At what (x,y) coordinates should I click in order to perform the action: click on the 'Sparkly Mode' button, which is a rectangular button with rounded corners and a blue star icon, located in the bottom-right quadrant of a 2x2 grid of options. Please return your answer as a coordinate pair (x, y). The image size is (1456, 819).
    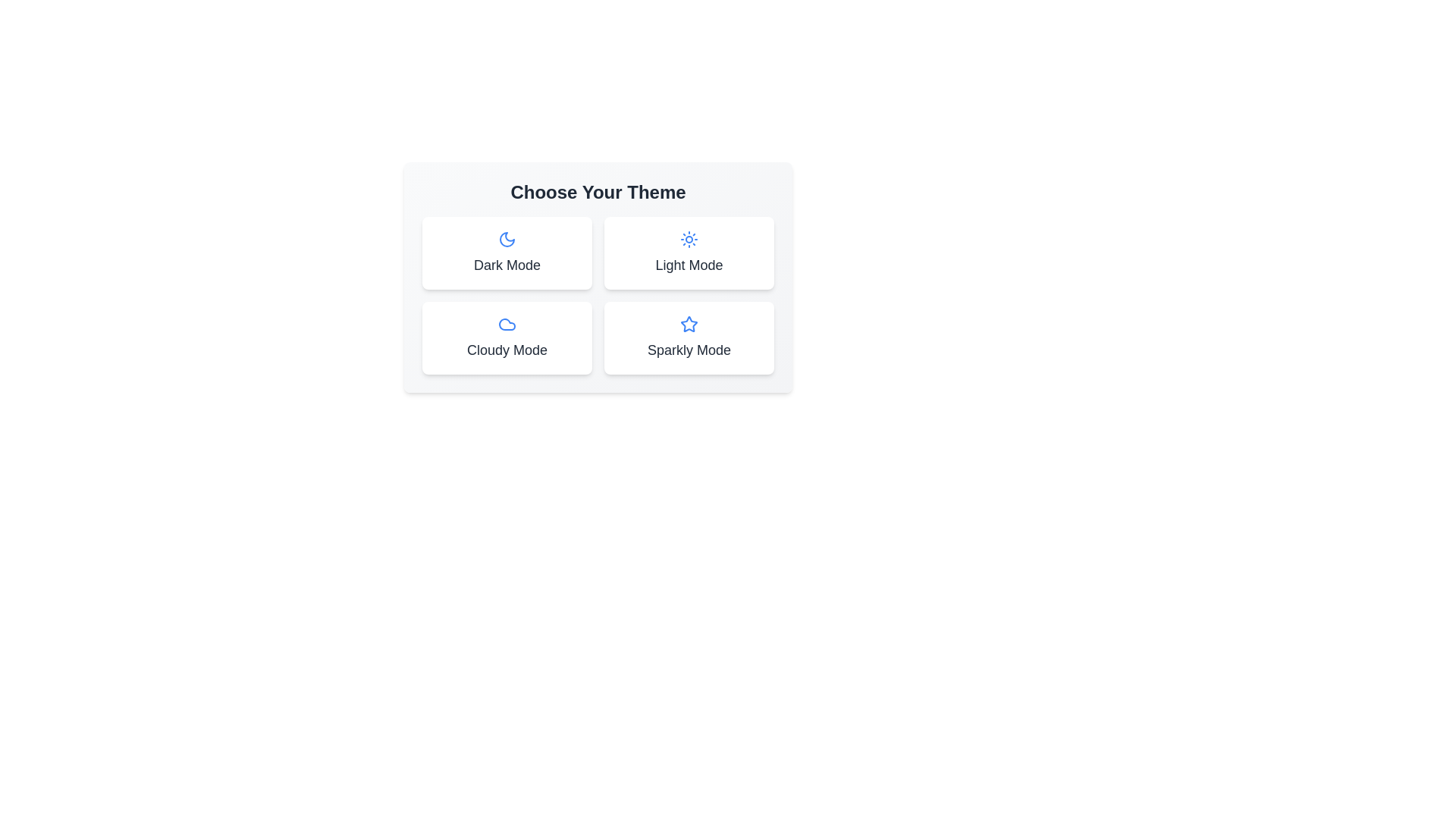
    Looking at the image, I should click on (688, 337).